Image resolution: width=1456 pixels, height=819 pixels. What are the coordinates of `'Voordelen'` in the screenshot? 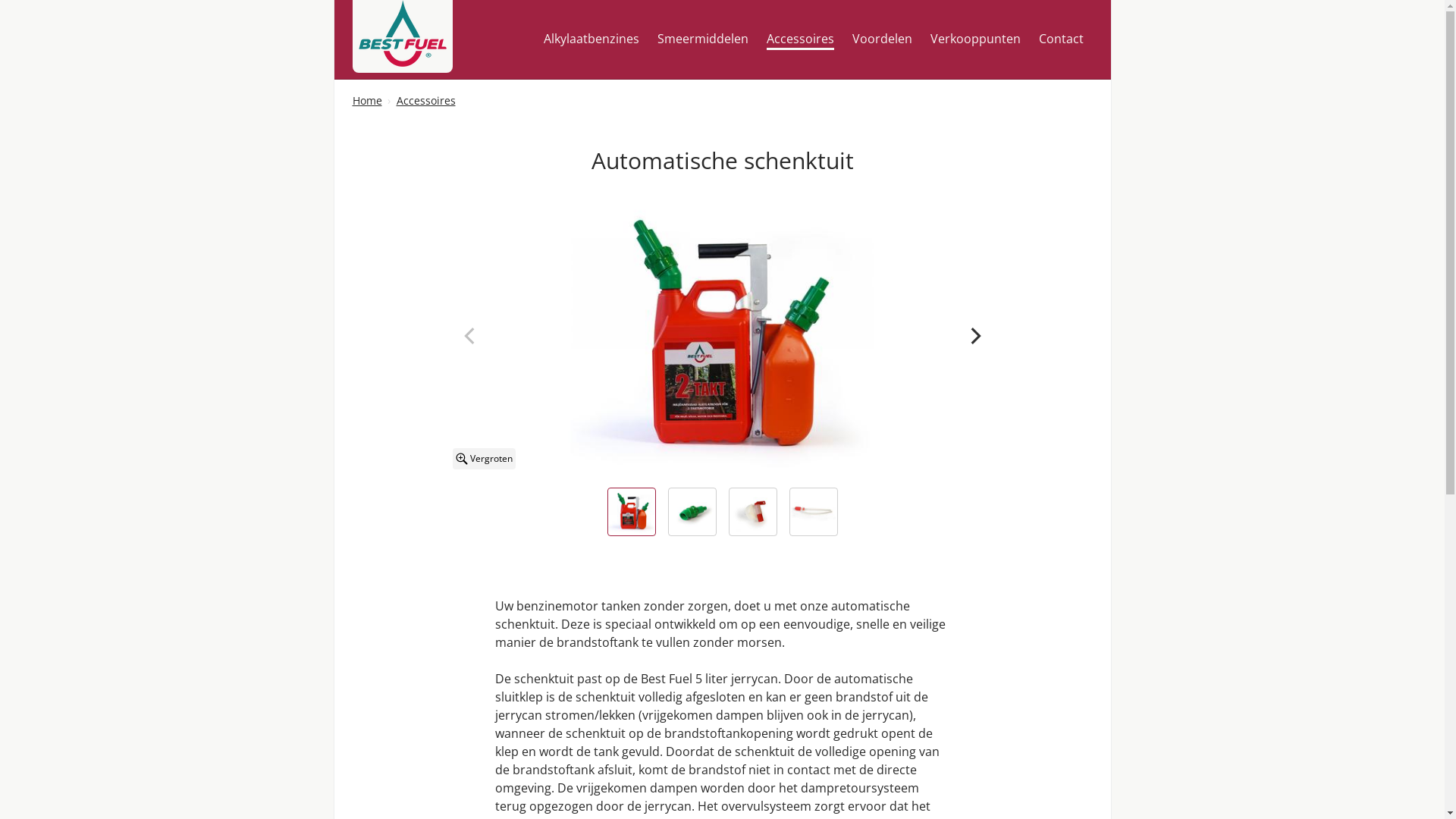 It's located at (882, 38).